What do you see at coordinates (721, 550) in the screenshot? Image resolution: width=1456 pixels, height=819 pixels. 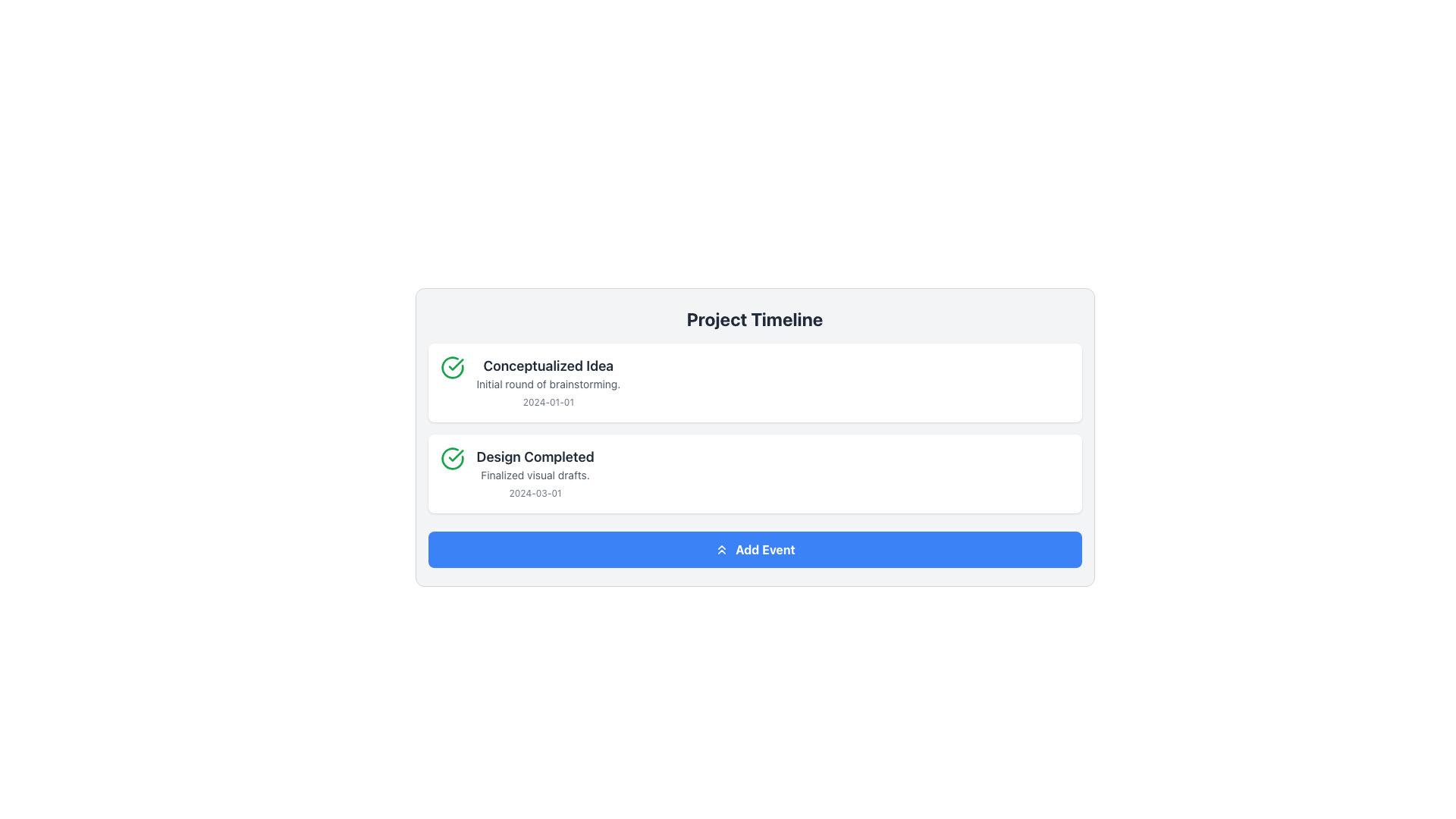 I see `the upward double-chevrons icon located in the blue 'Add Event' button at the bottom center of the layout` at bounding box center [721, 550].